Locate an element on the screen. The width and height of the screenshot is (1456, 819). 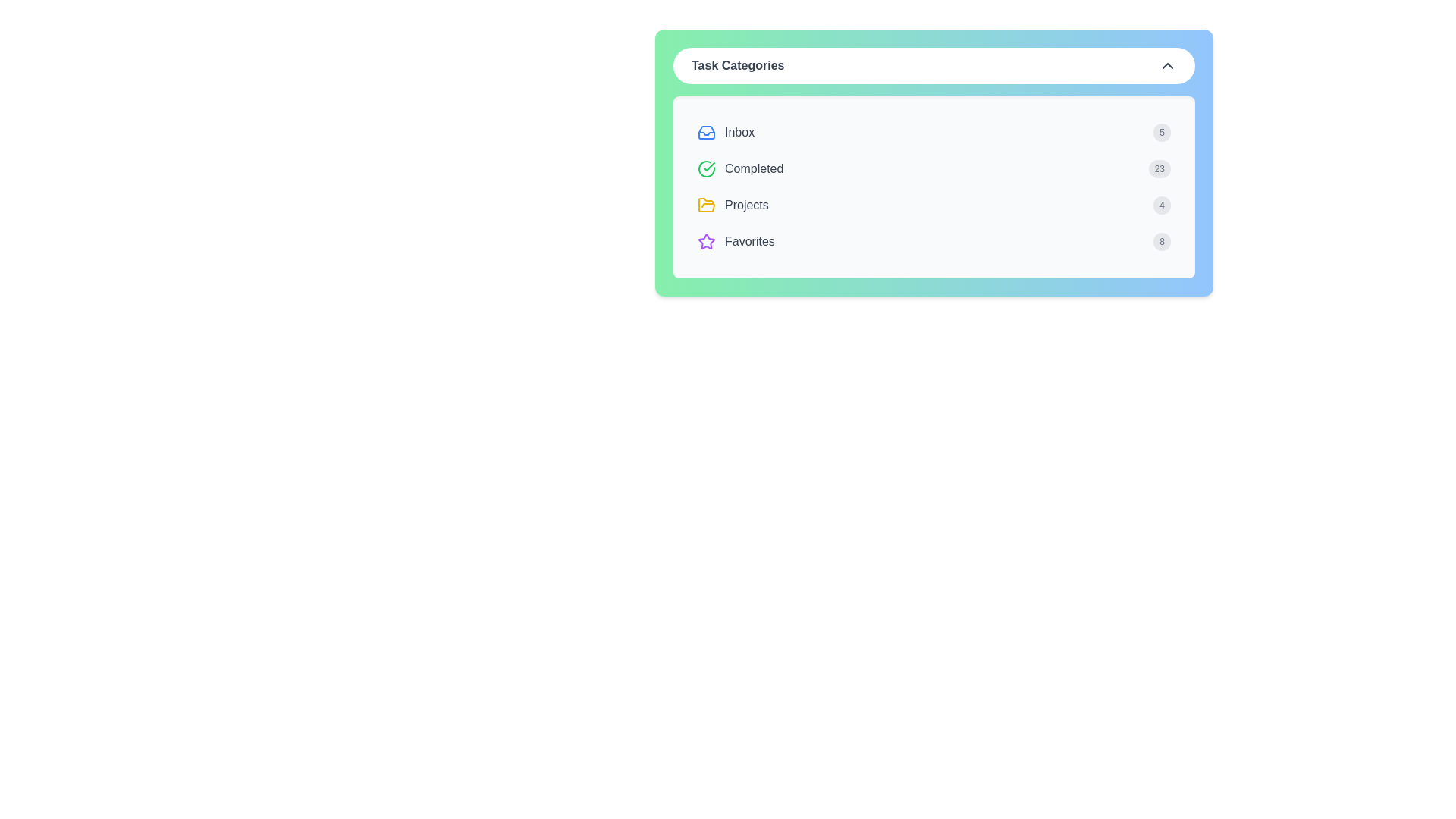
the numerical value displayed on the badge showing '5', located in the upper-right corner of the 'Inbox' line item within the 'Task Categories' section is located at coordinates (1161, 131).